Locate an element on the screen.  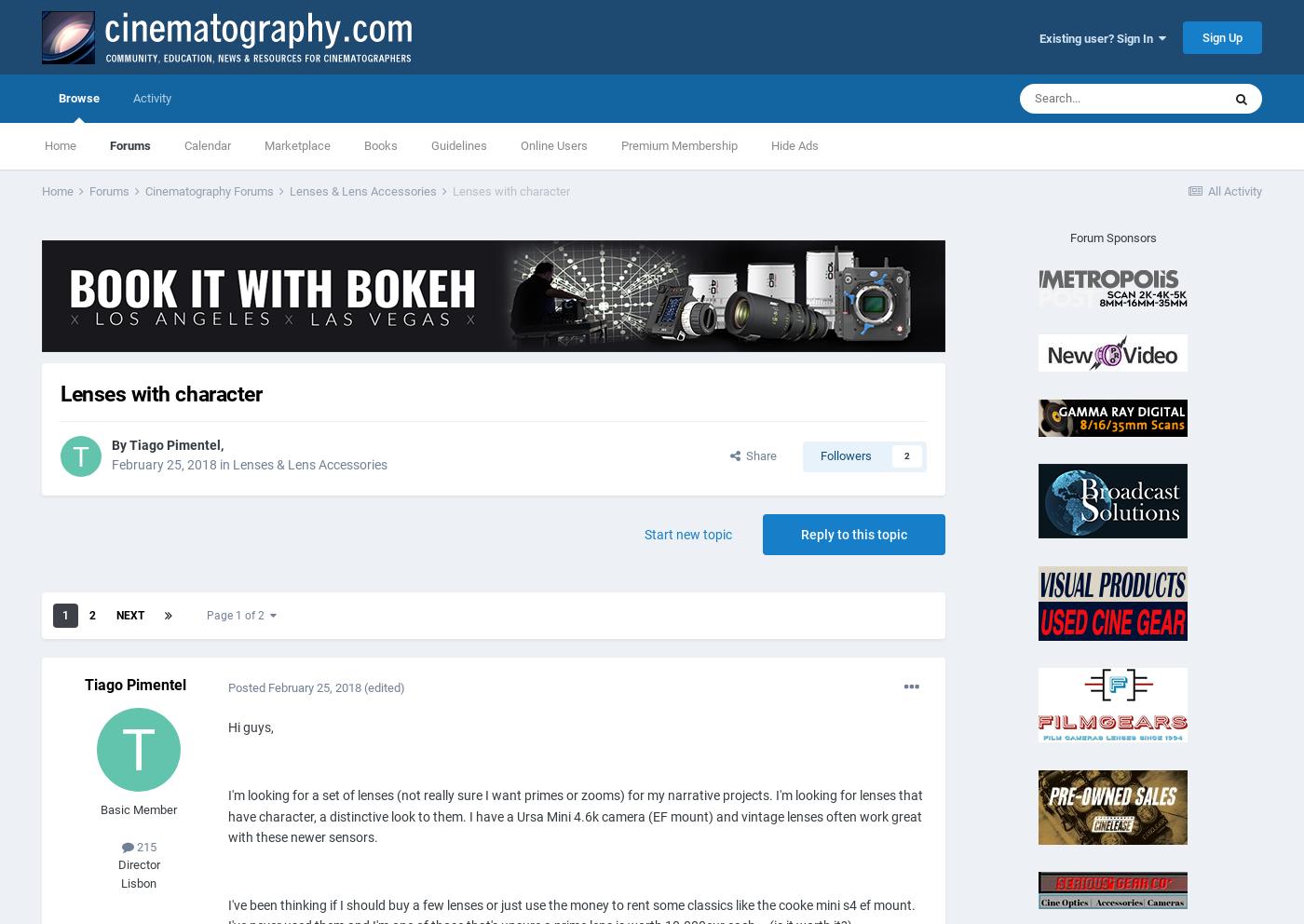
'Followers' is located at coordinates (846, 455).